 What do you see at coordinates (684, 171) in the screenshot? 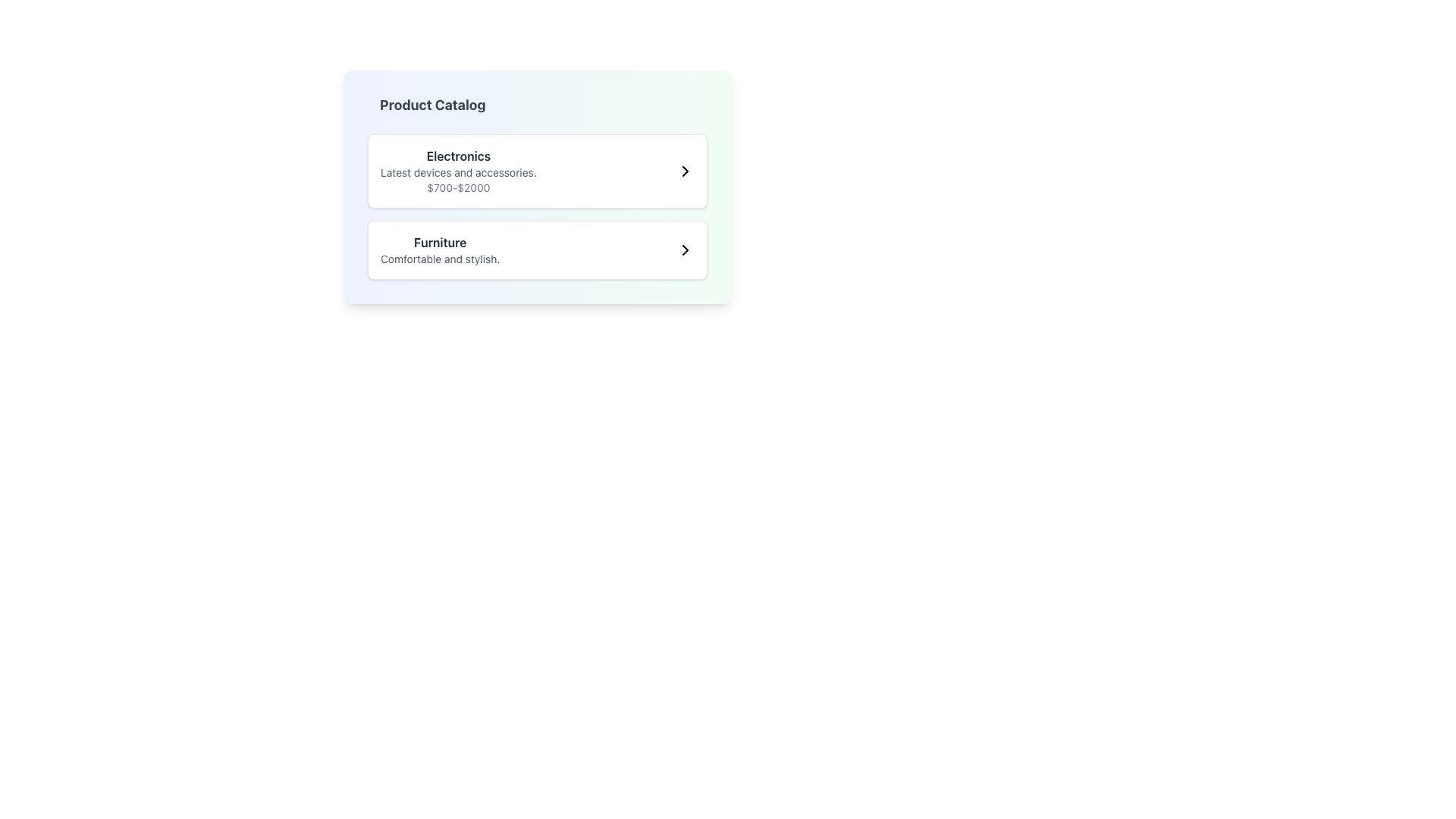
I see `the chevron icon located within the 'Electronics' category box` at bounding box center [684, 171].